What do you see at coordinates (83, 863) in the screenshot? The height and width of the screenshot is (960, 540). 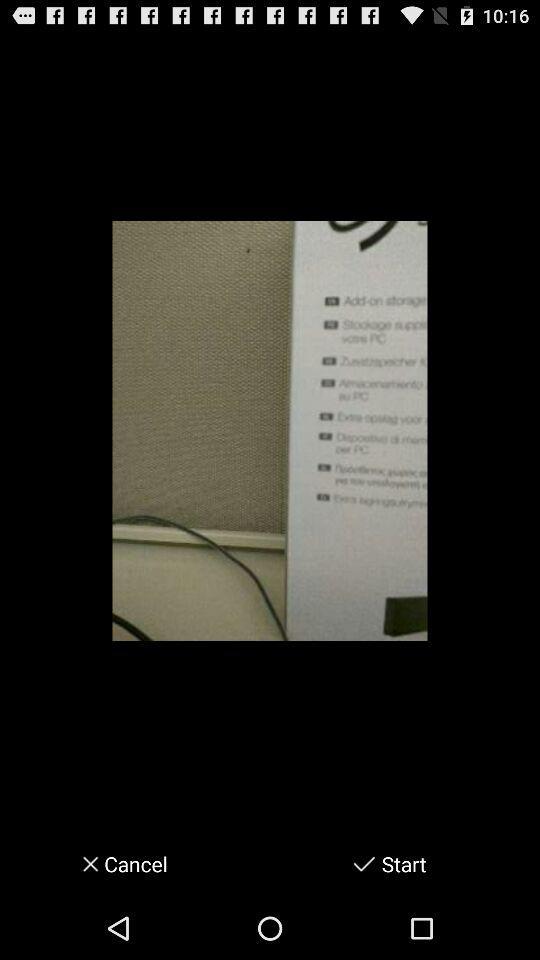 I see `cancel` at bounding box center [83, 863].